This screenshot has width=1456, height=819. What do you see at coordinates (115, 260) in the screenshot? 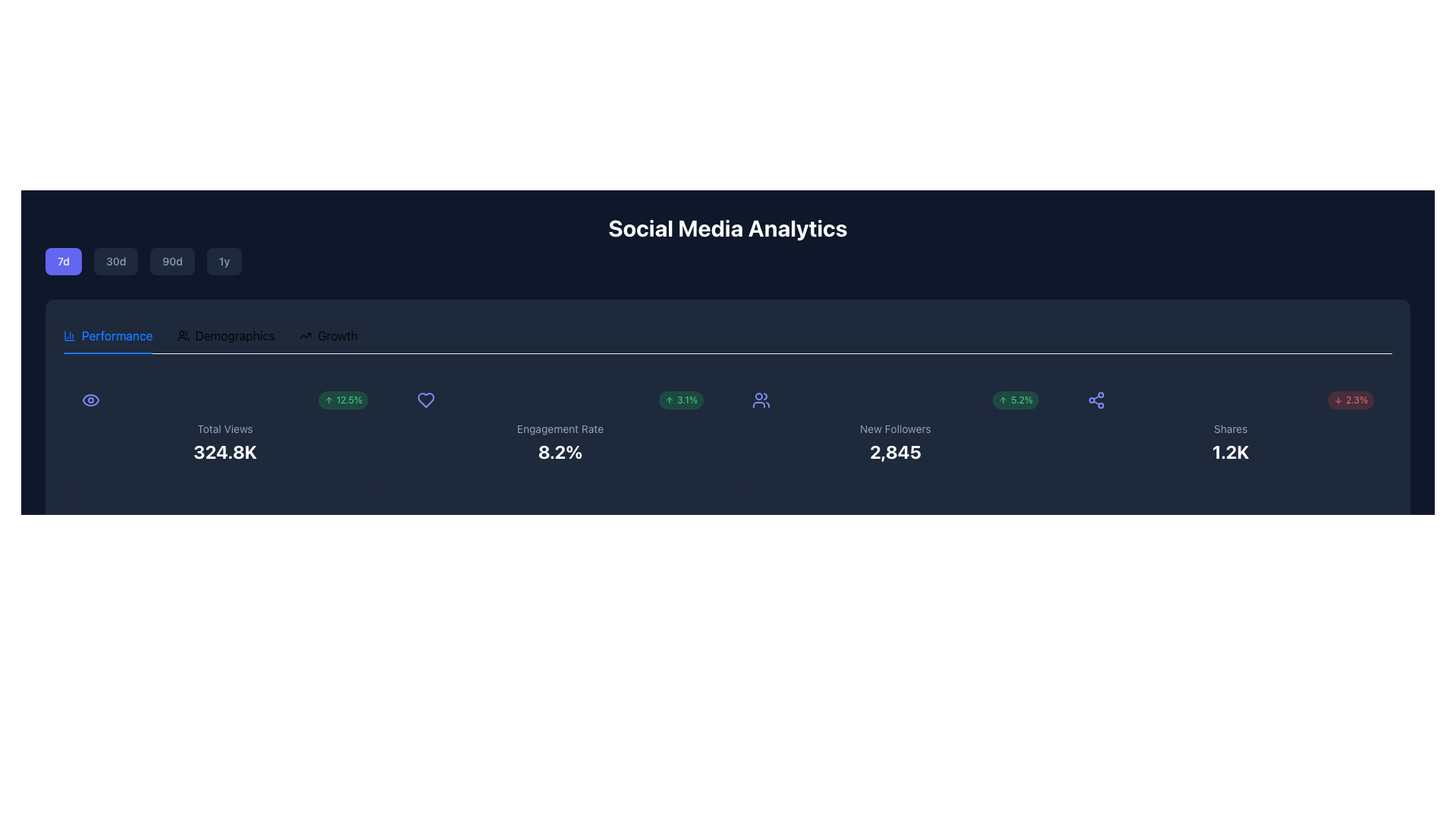
I see `the button labeled '30d' with a dark background and rounded corners` at bounding box center [115, 260].